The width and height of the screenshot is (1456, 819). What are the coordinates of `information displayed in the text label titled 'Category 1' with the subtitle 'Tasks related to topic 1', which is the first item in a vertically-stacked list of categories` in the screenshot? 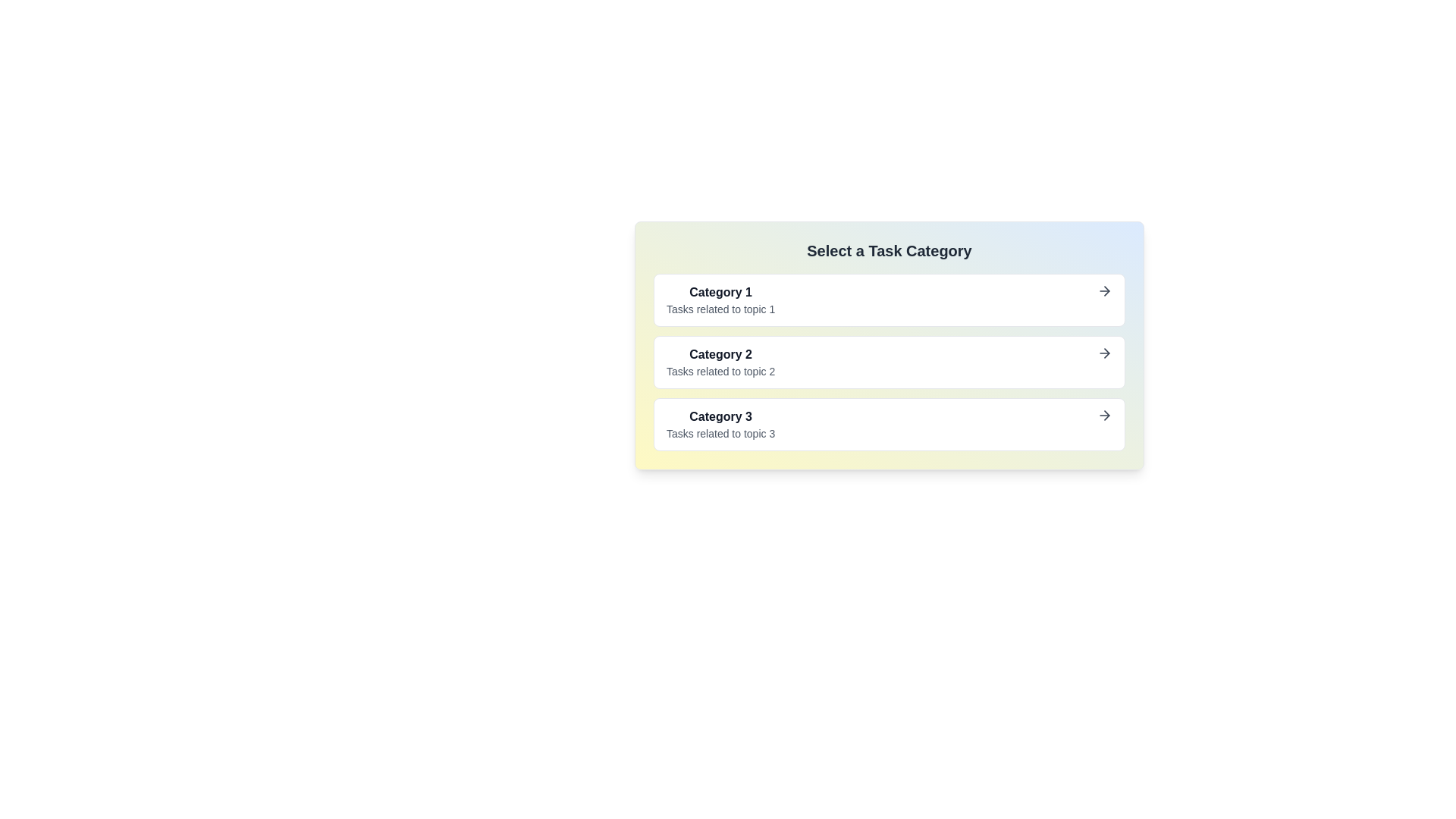 It's located at (720, 300).